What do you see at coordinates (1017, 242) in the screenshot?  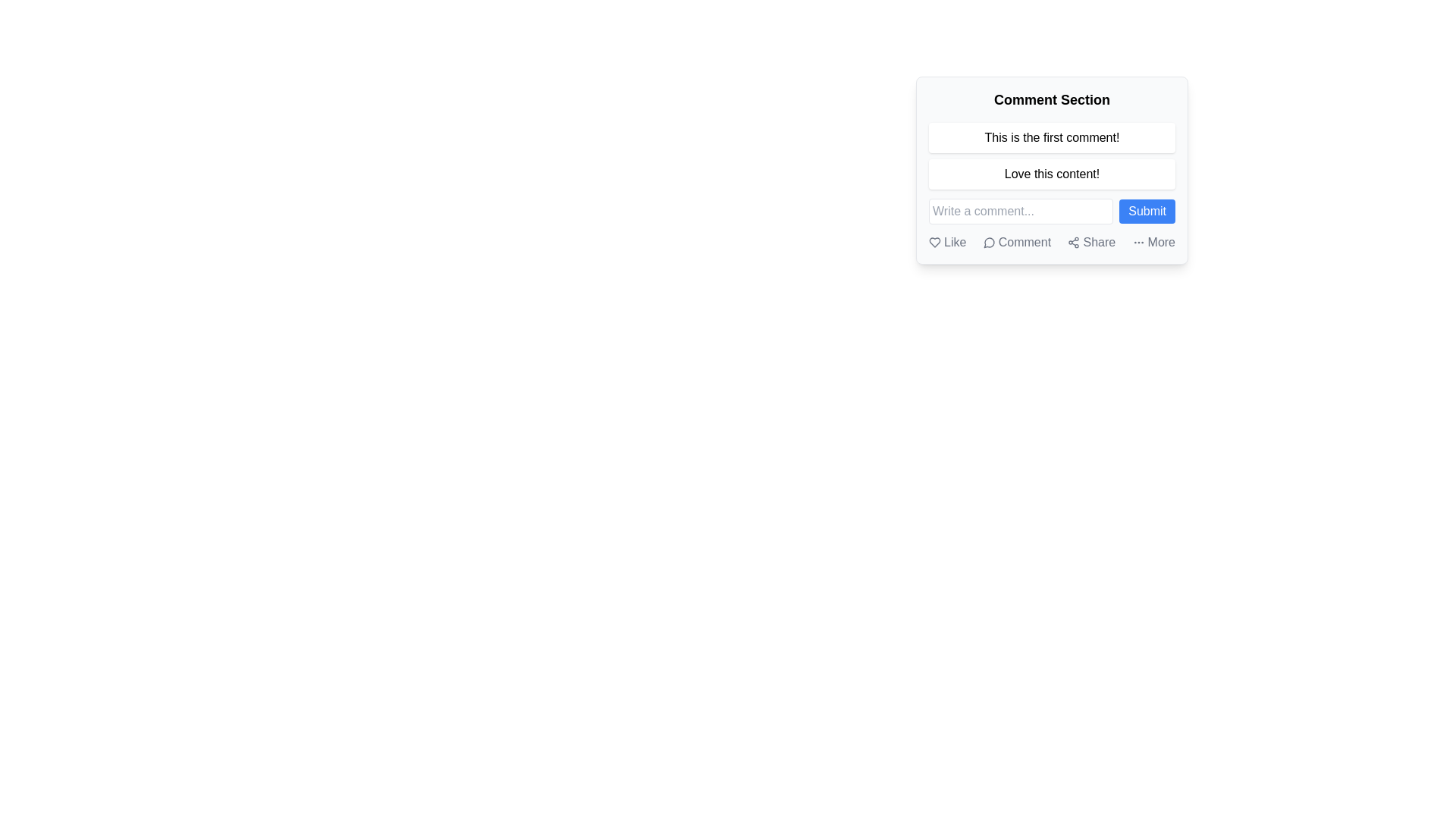 I see `the 'Comment' button, which features a speech bubble icon and is the second button in the menu bar` at bounding box center [1017, 242].